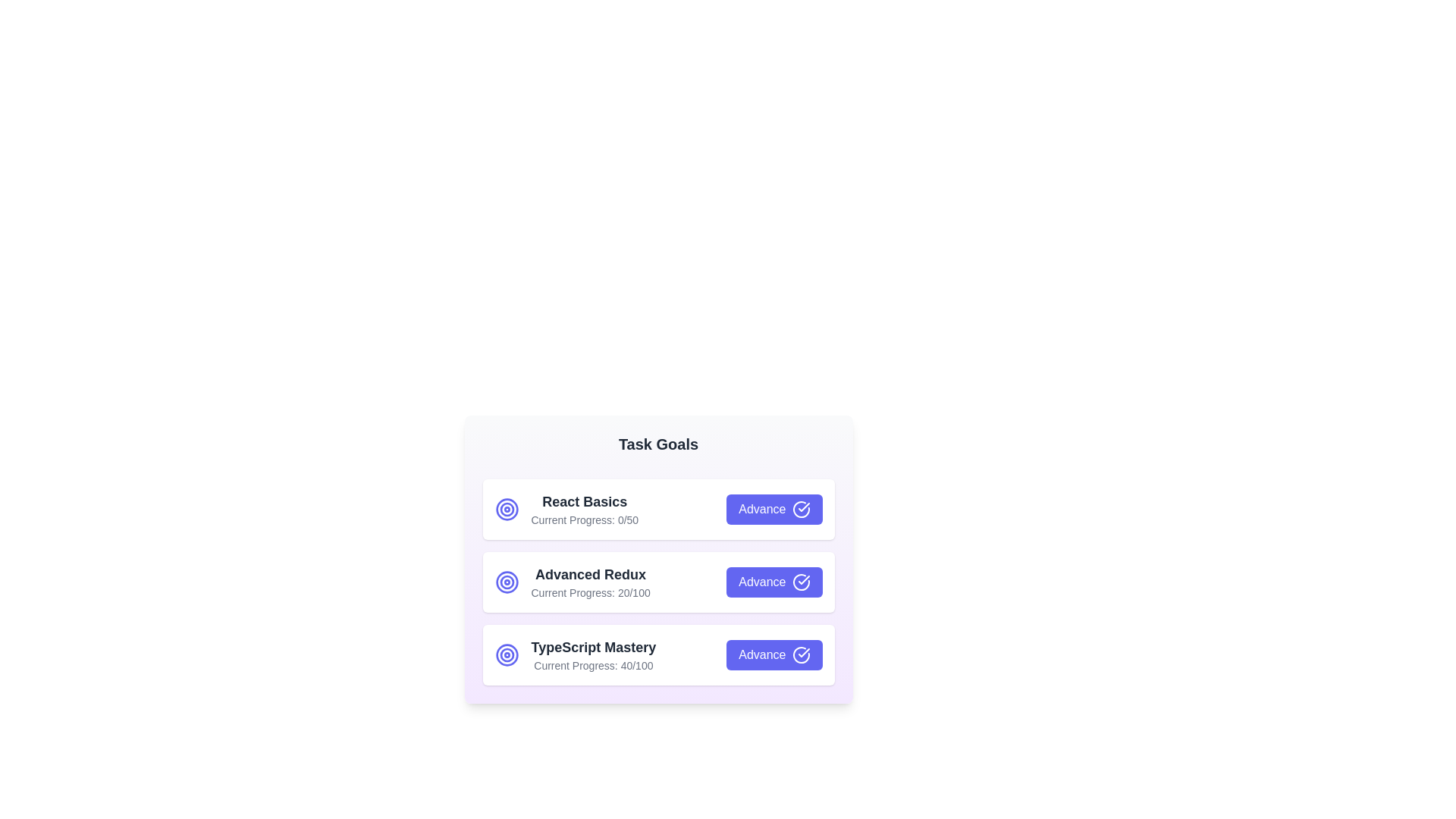  I want to click on the SVG Icon located to the right of the 'Advance' button text, so click(800, 509).